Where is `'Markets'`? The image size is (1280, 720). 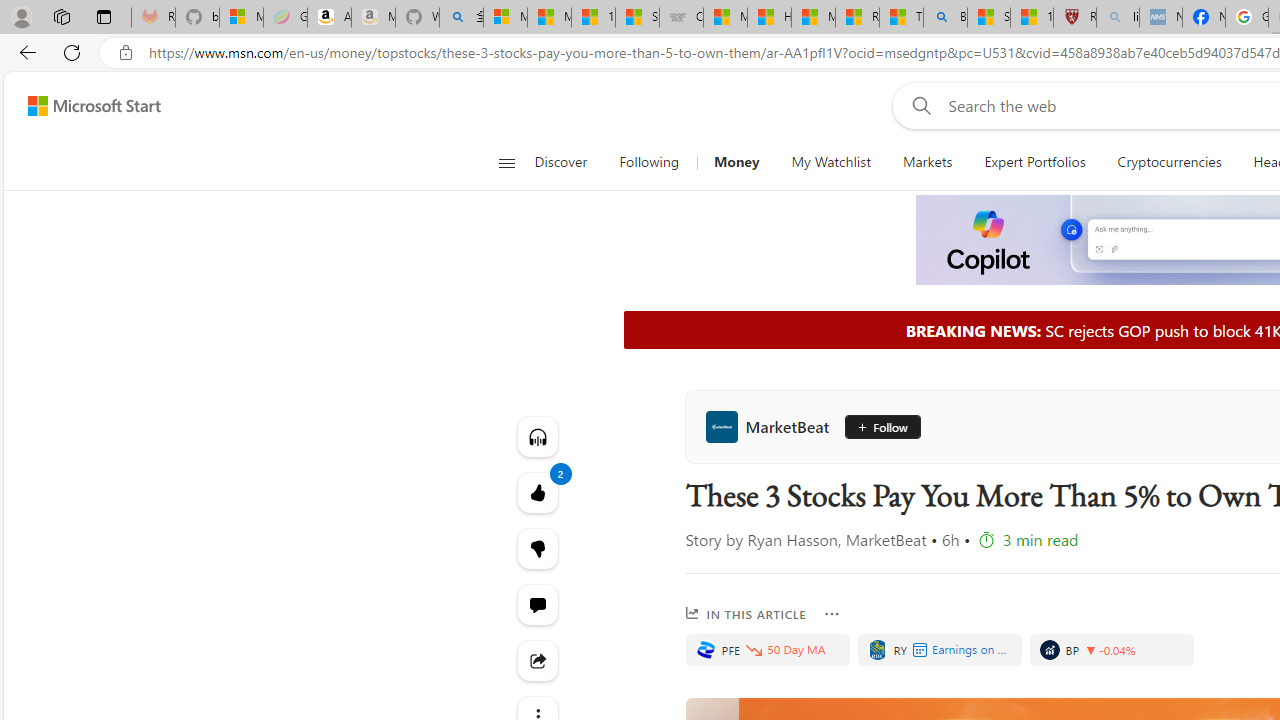 'Markets' is located at coordinates (927, 162).